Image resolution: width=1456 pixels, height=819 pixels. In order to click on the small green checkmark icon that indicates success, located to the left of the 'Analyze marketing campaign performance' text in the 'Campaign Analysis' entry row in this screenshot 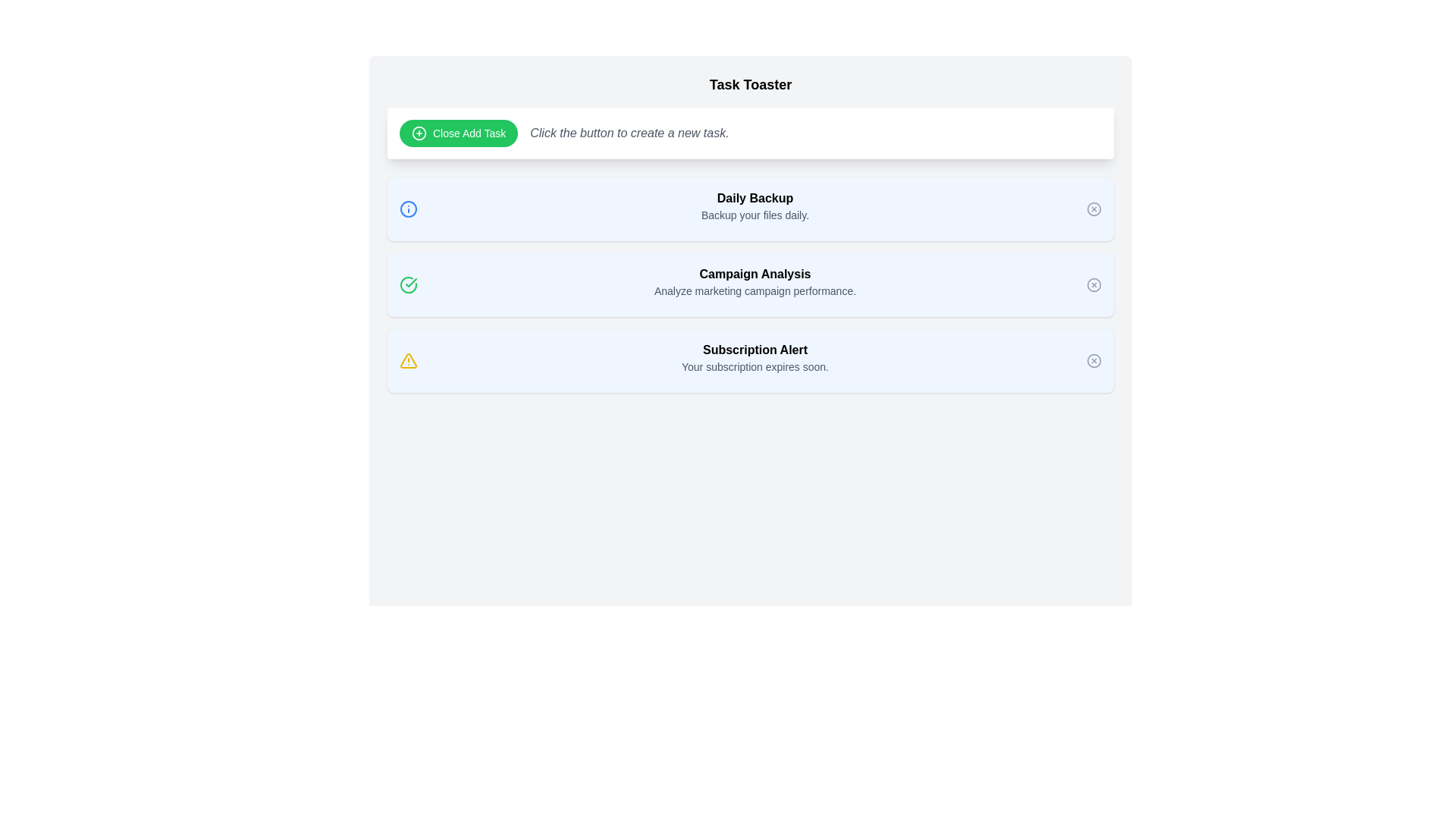, I will do `click(411, 283)`.